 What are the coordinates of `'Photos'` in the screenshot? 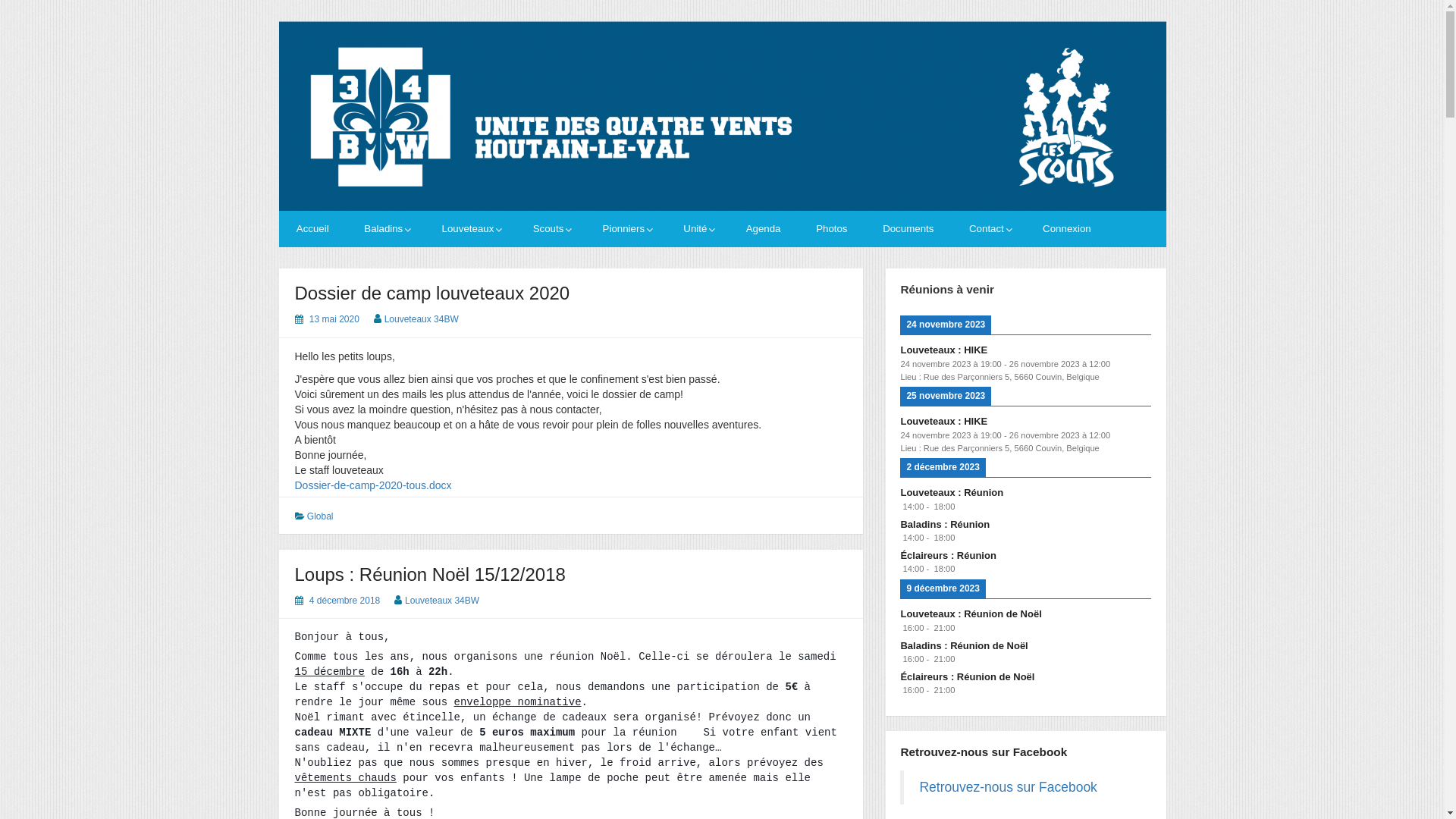 It's located at (831, 228).